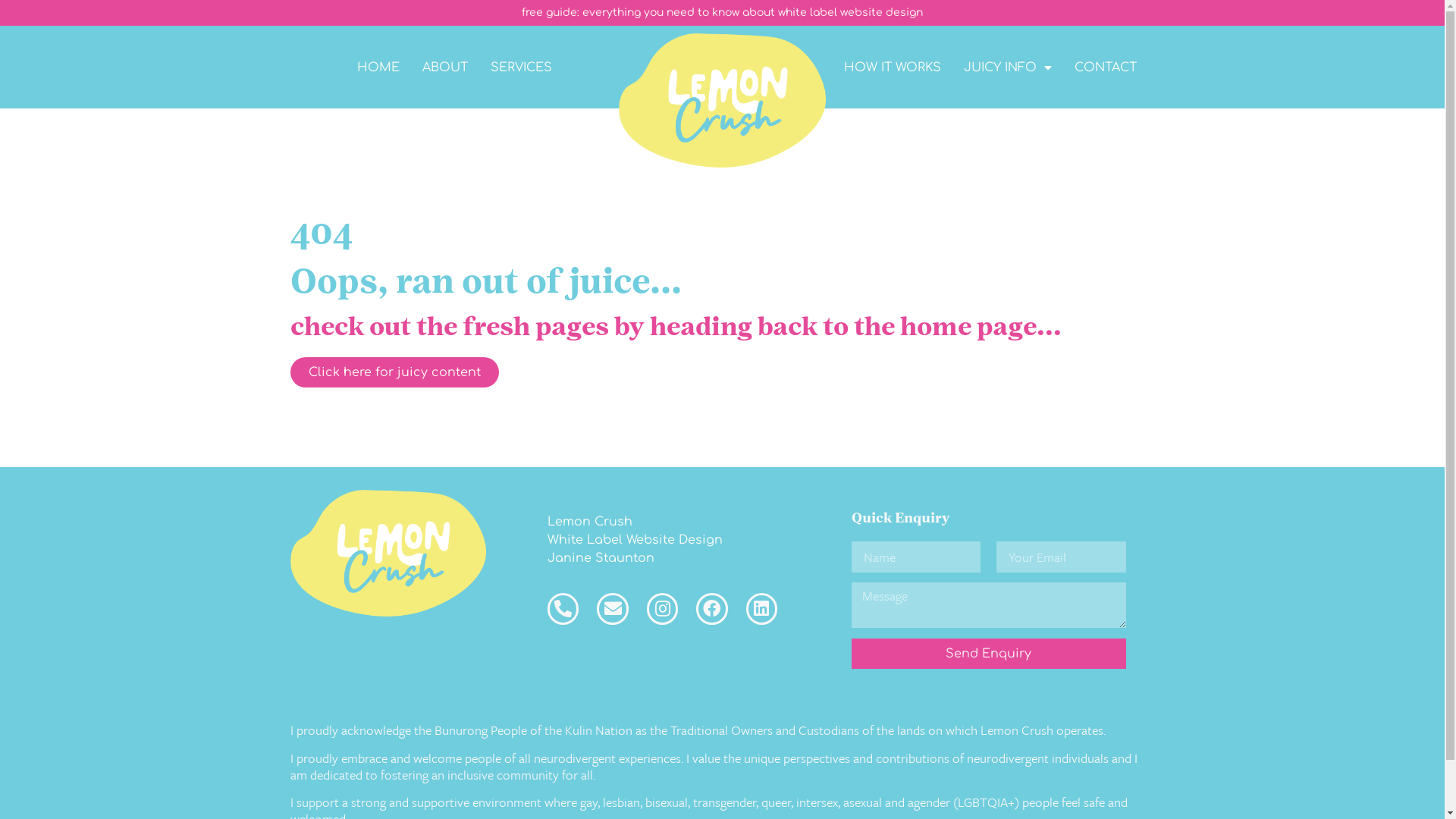 This screenshot has width=1456, height=819. What do you see at coordinates (521, 66) in the screenshot?
I see `'SERVICES'` at bounding box center [521, 66].